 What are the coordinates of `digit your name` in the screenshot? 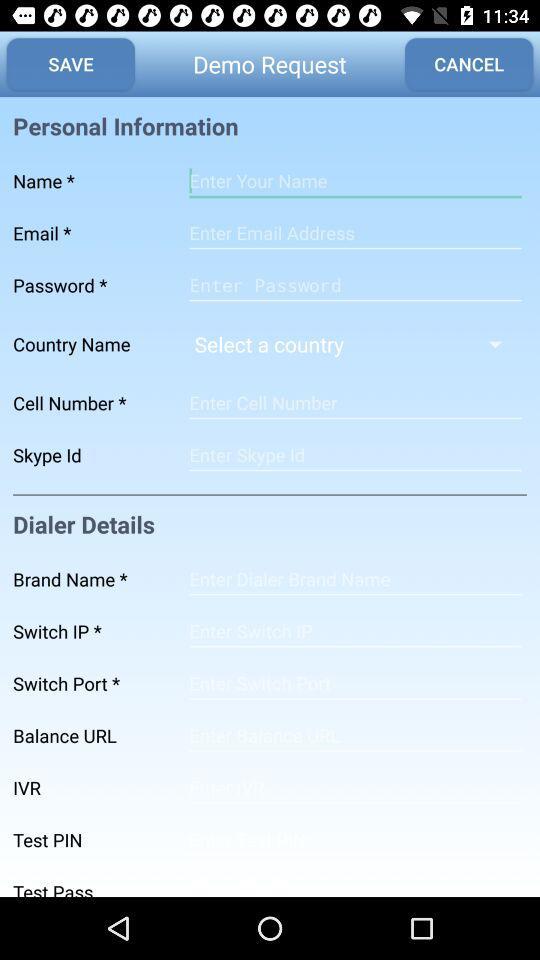 It's located at (354, 181).